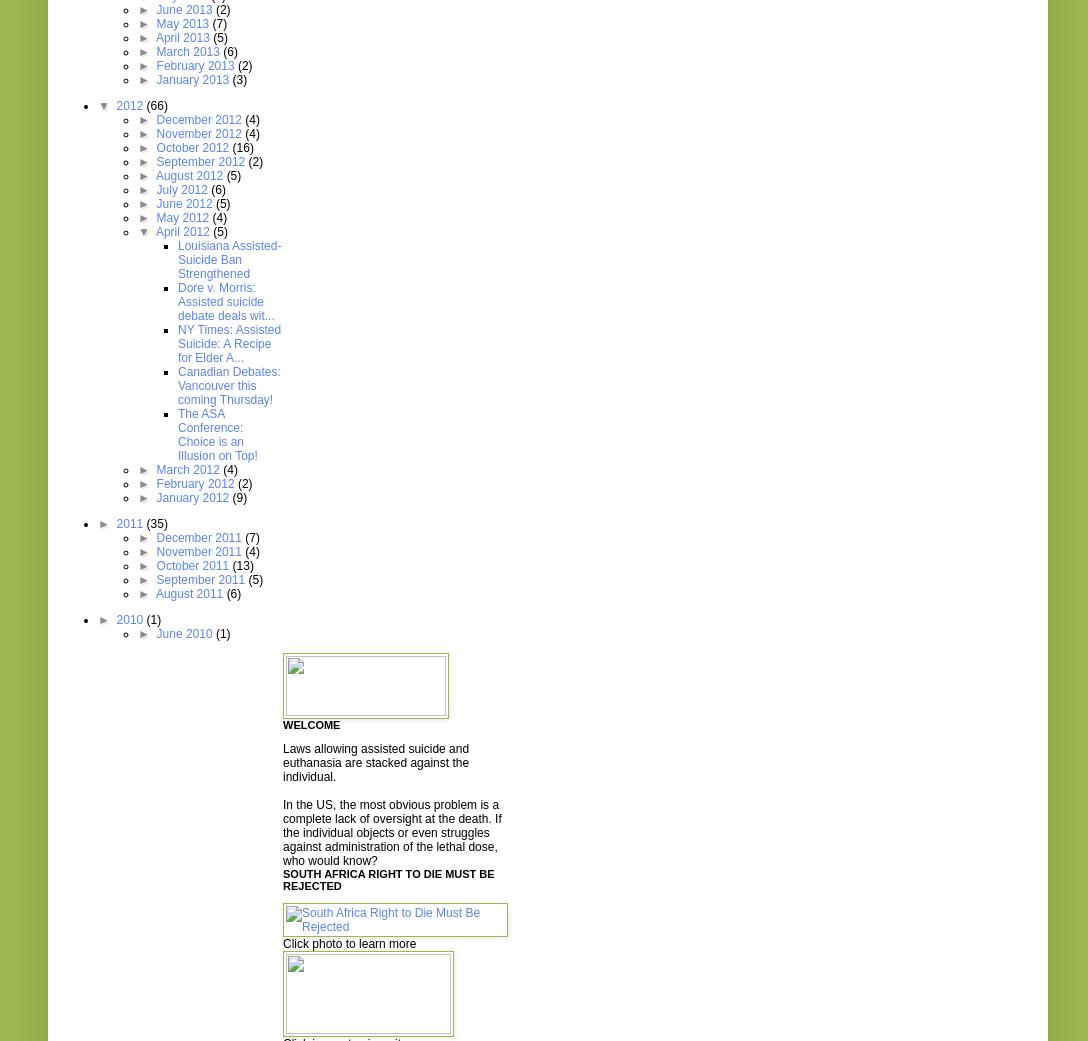  Describe the element at coordinates (115, 105) in the screenshot. I see `'2012'` at that location.